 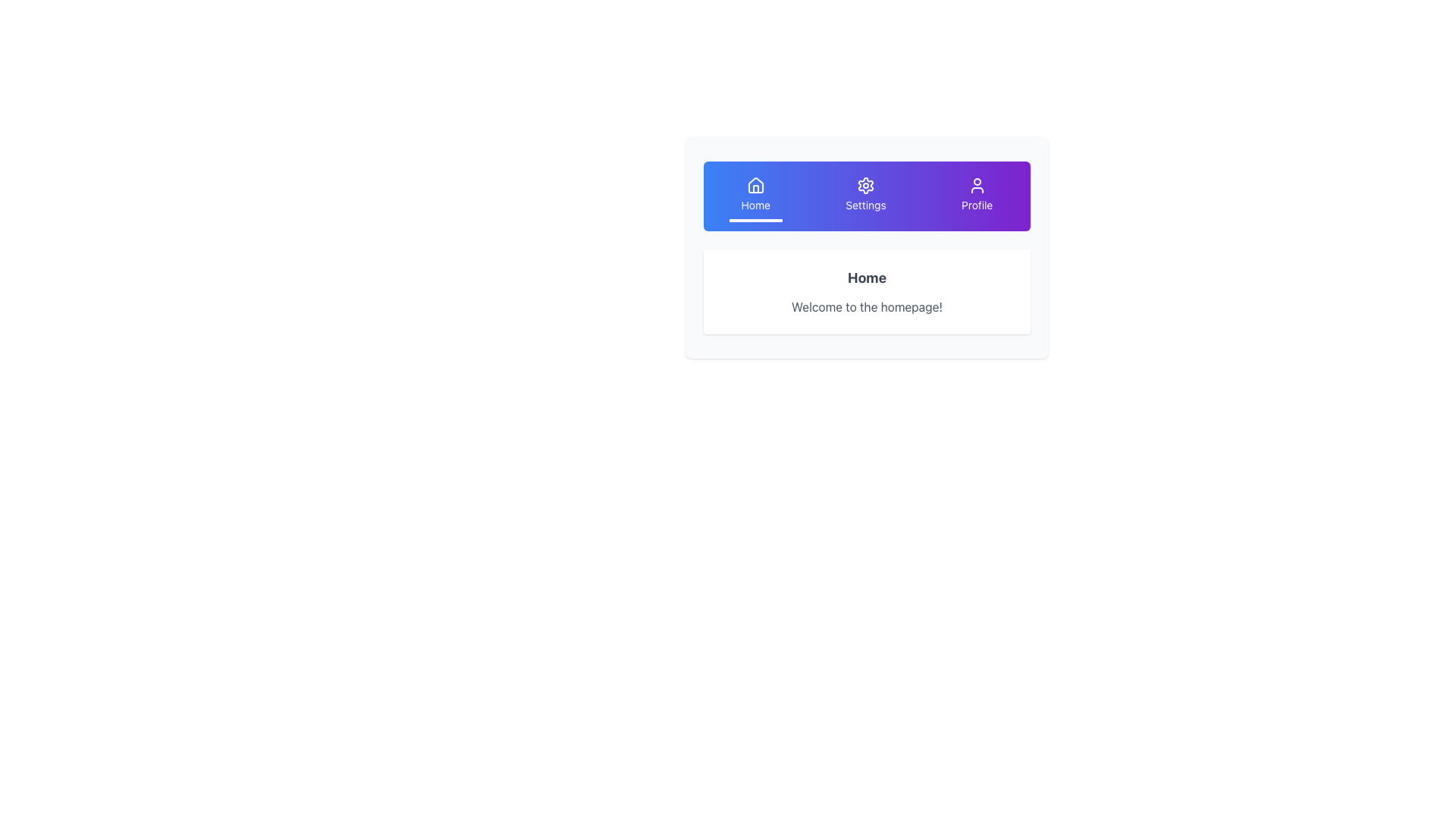 I want to click on the 'Home' text label, which is displayed in bold, large font and is grayish in tone, positioned above the subtitle 'Welcome to the homepage!', so click(x=867, y=278).